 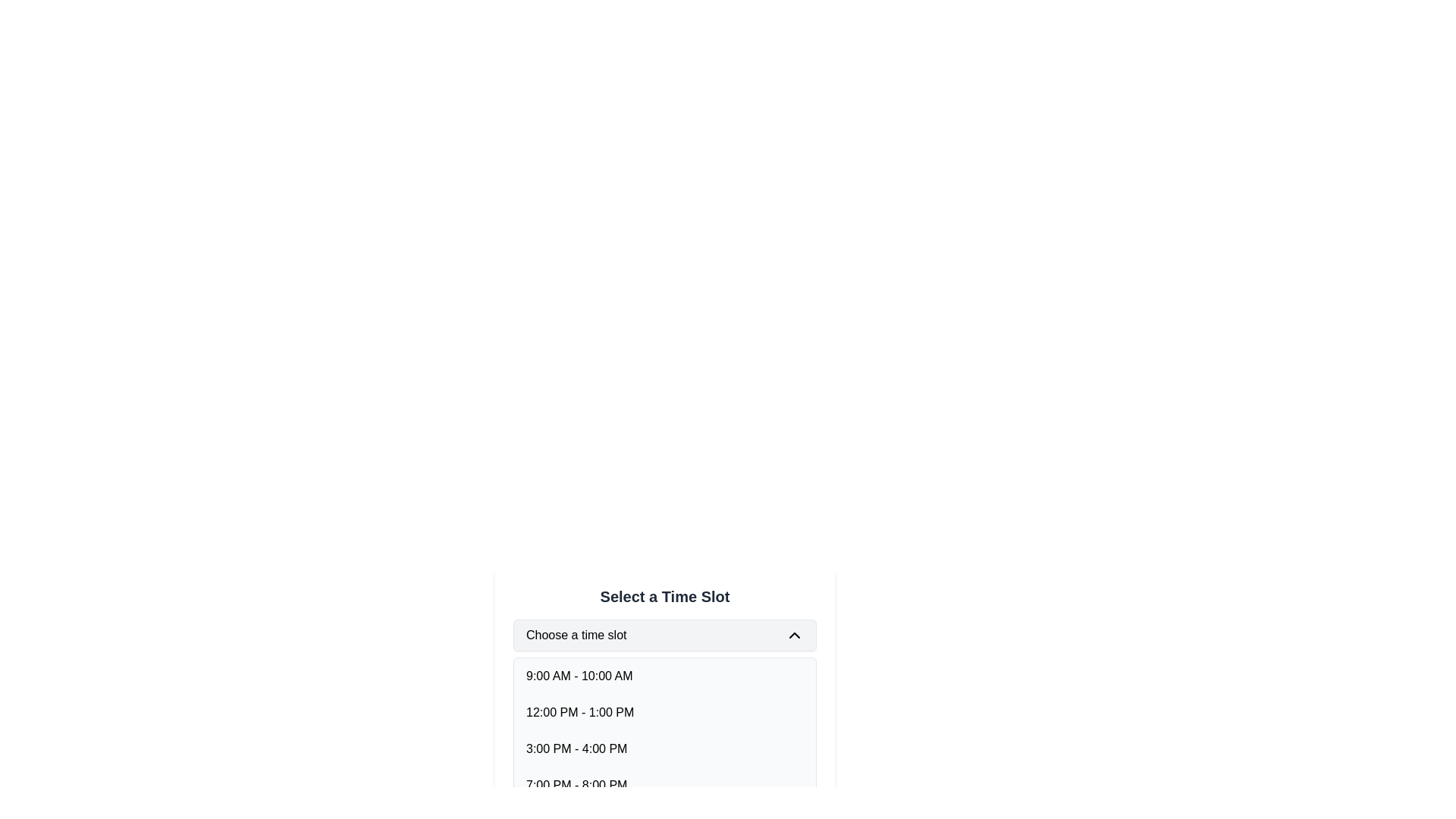 I want to click on the List item displaying '9:00 AM - 10:00 AM' that changes background color to light blue upon hover, so click(x=665, y=675).